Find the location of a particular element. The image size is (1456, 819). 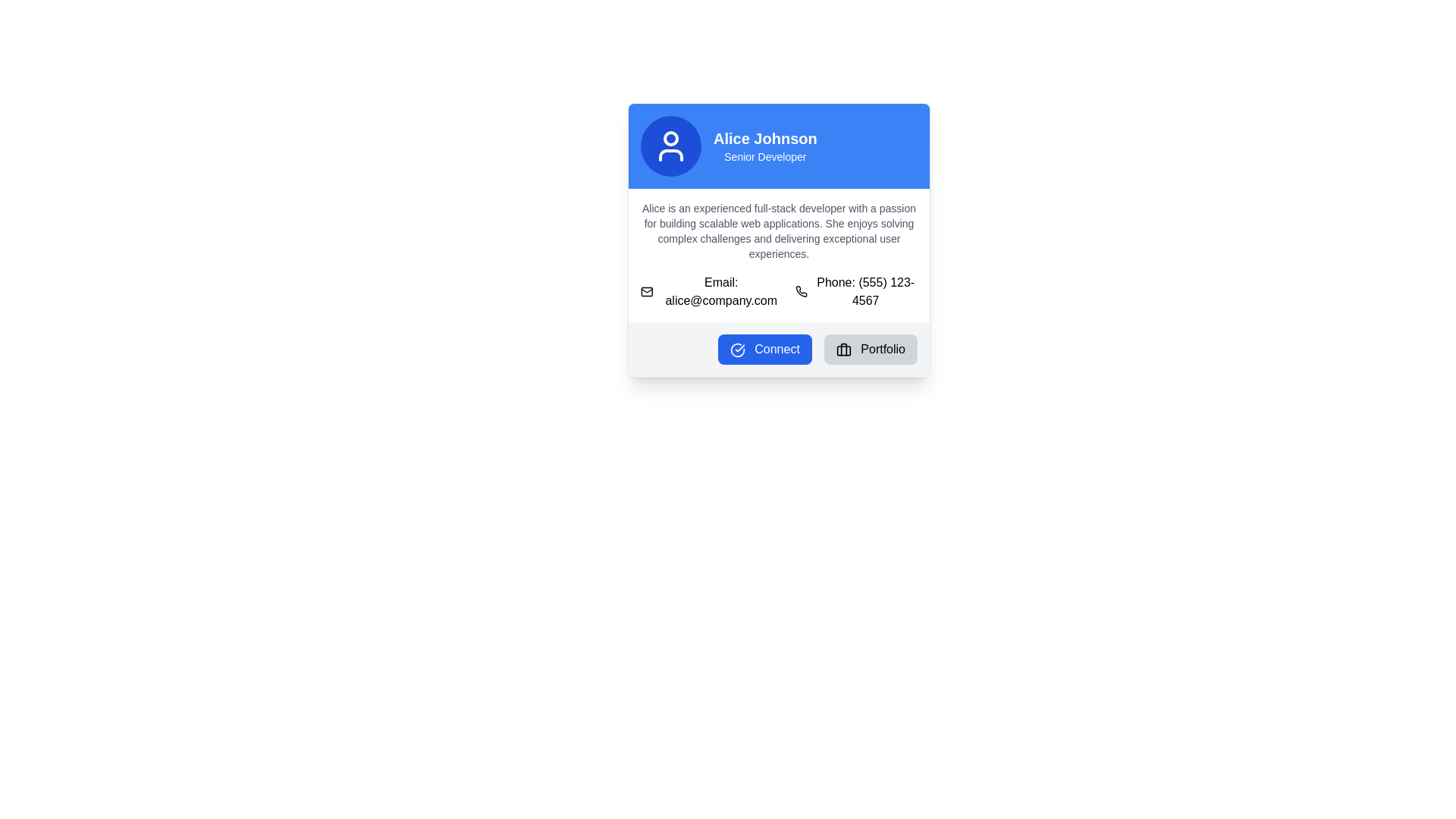

the decorative element within the email icon on the user's contact card, which is positioned towards the left near the email text is located at coordinates (647, 292).